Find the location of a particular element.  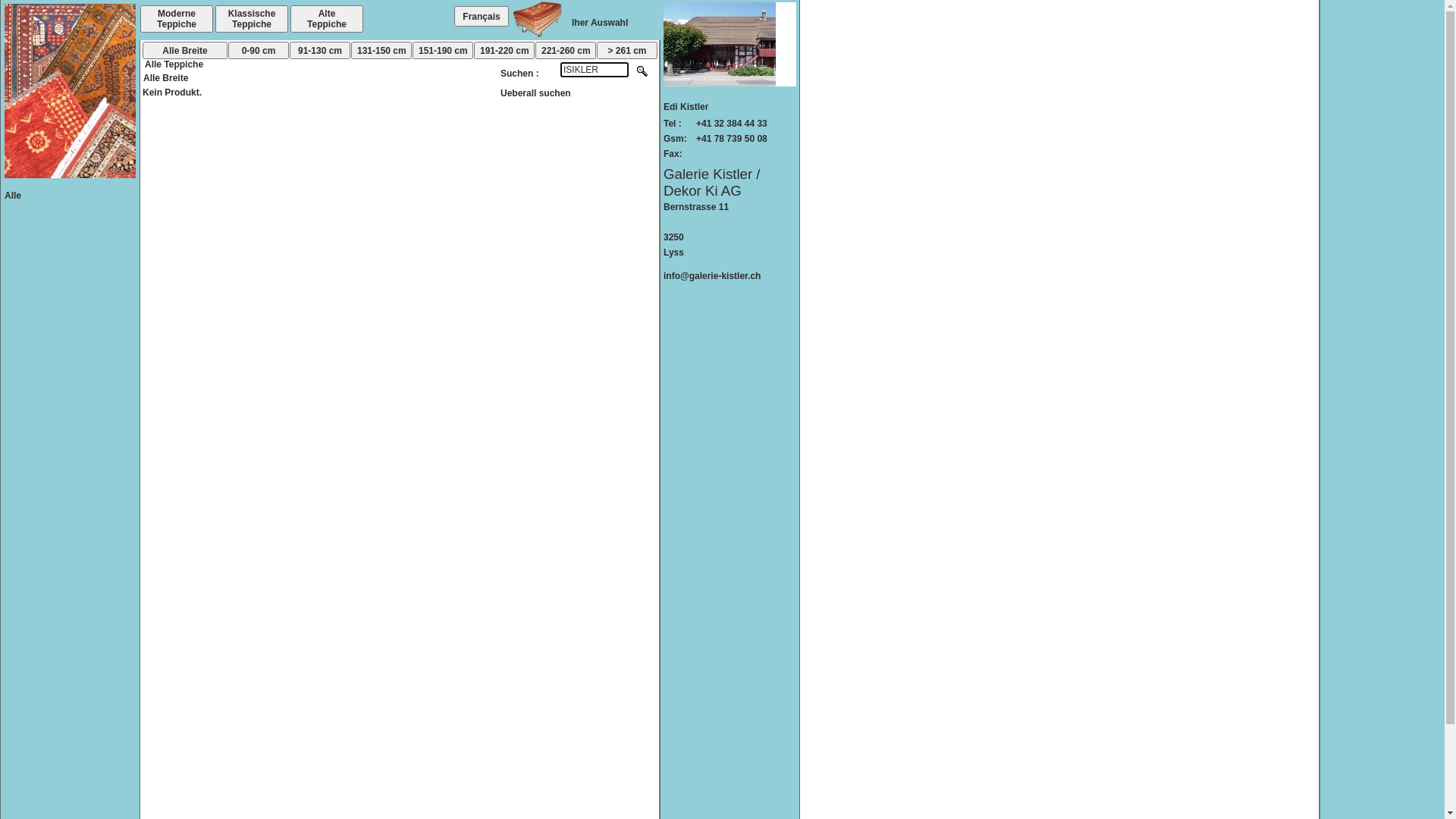

'stockKTL' is located at coordinates (693, 305).